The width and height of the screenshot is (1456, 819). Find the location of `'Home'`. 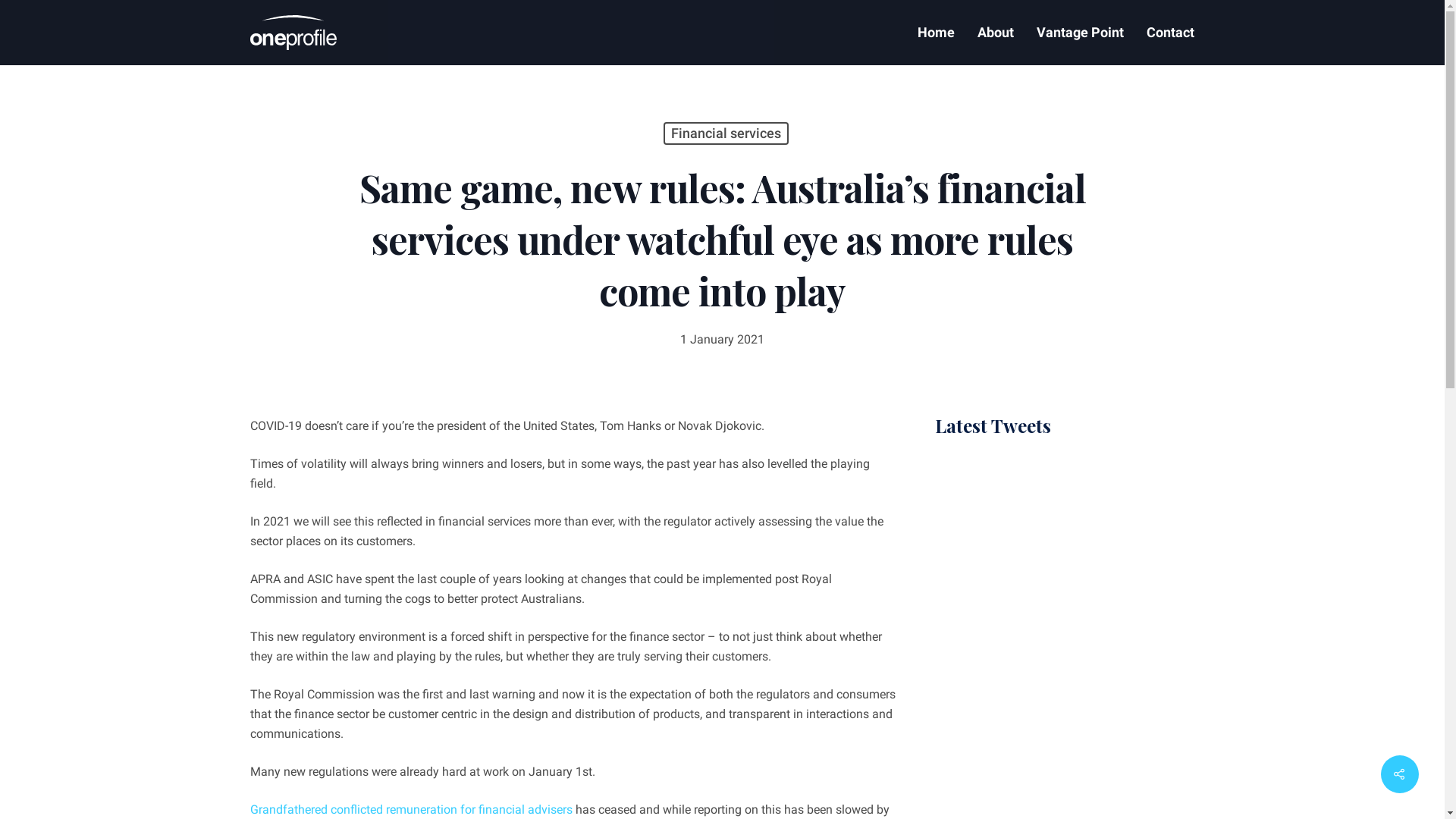

'Home' is located at coordinates (935, 32).